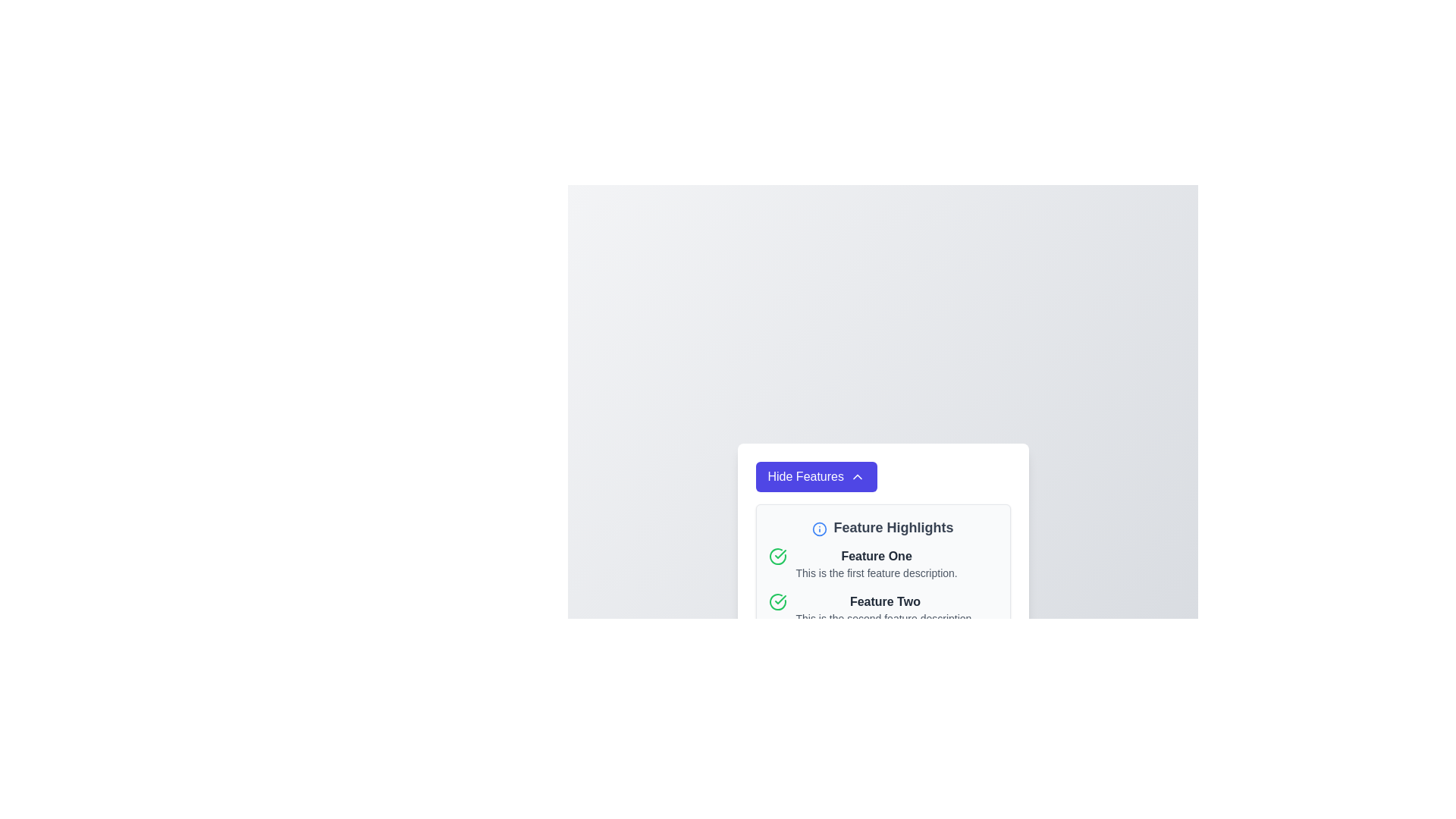 The width and height of the screenshot is (1456, 819). I want to click on header text 'Feature Highlights' which is displayed in large, bold, gray-colored font, located centrally in the lower section of the interface, so click(893, 526).